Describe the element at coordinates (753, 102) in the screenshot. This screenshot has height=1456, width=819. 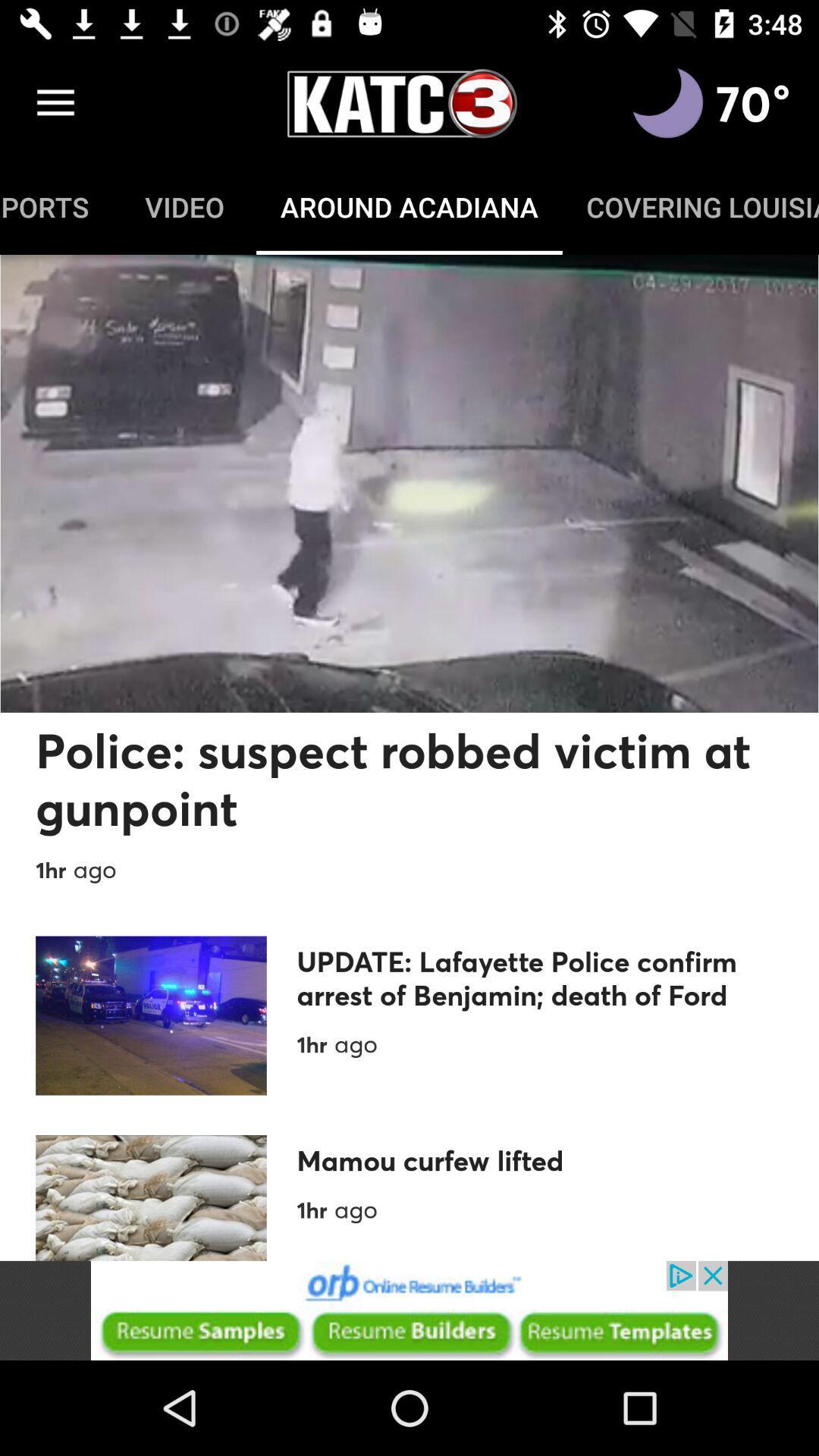
I see `the text 70 on the top right corner of the  web page` at that location.